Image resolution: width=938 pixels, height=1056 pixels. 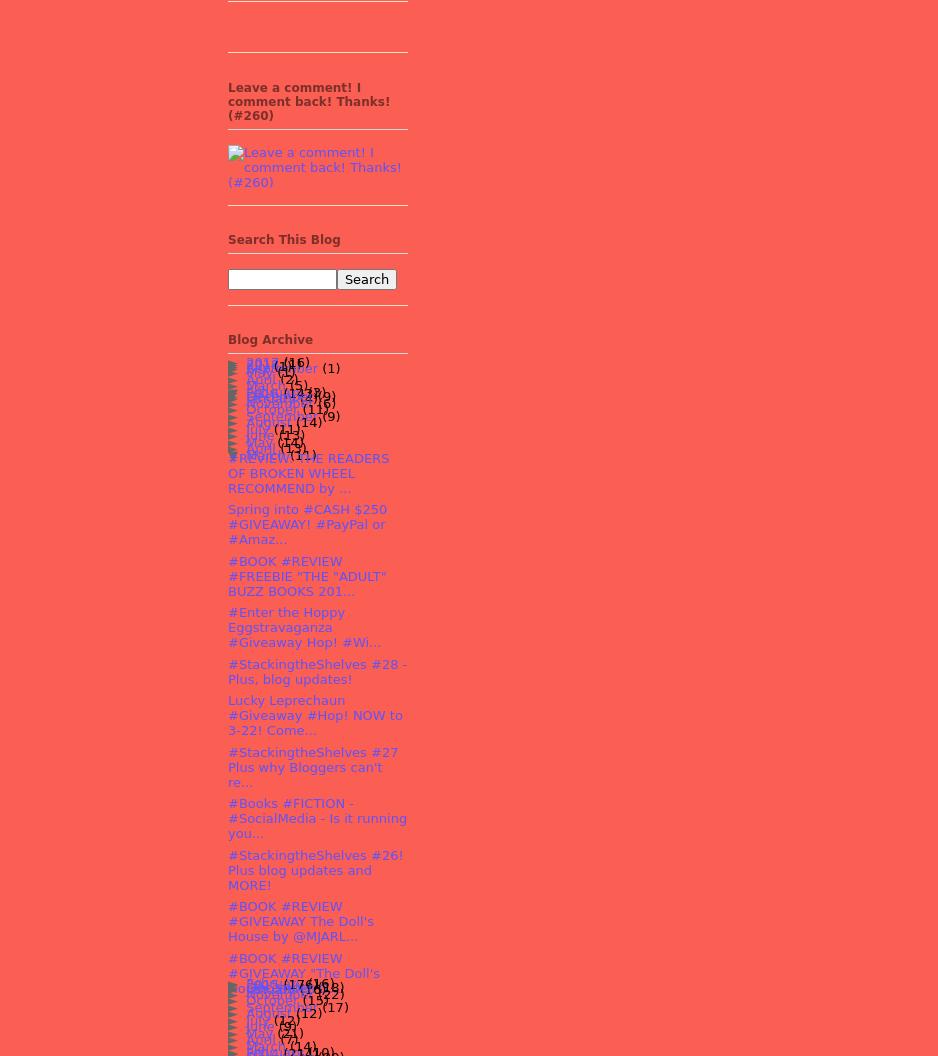 What do you see at coordinates (307, 398) in the screenshot?
I see `'(4)'` at bounding box center [307, 398].